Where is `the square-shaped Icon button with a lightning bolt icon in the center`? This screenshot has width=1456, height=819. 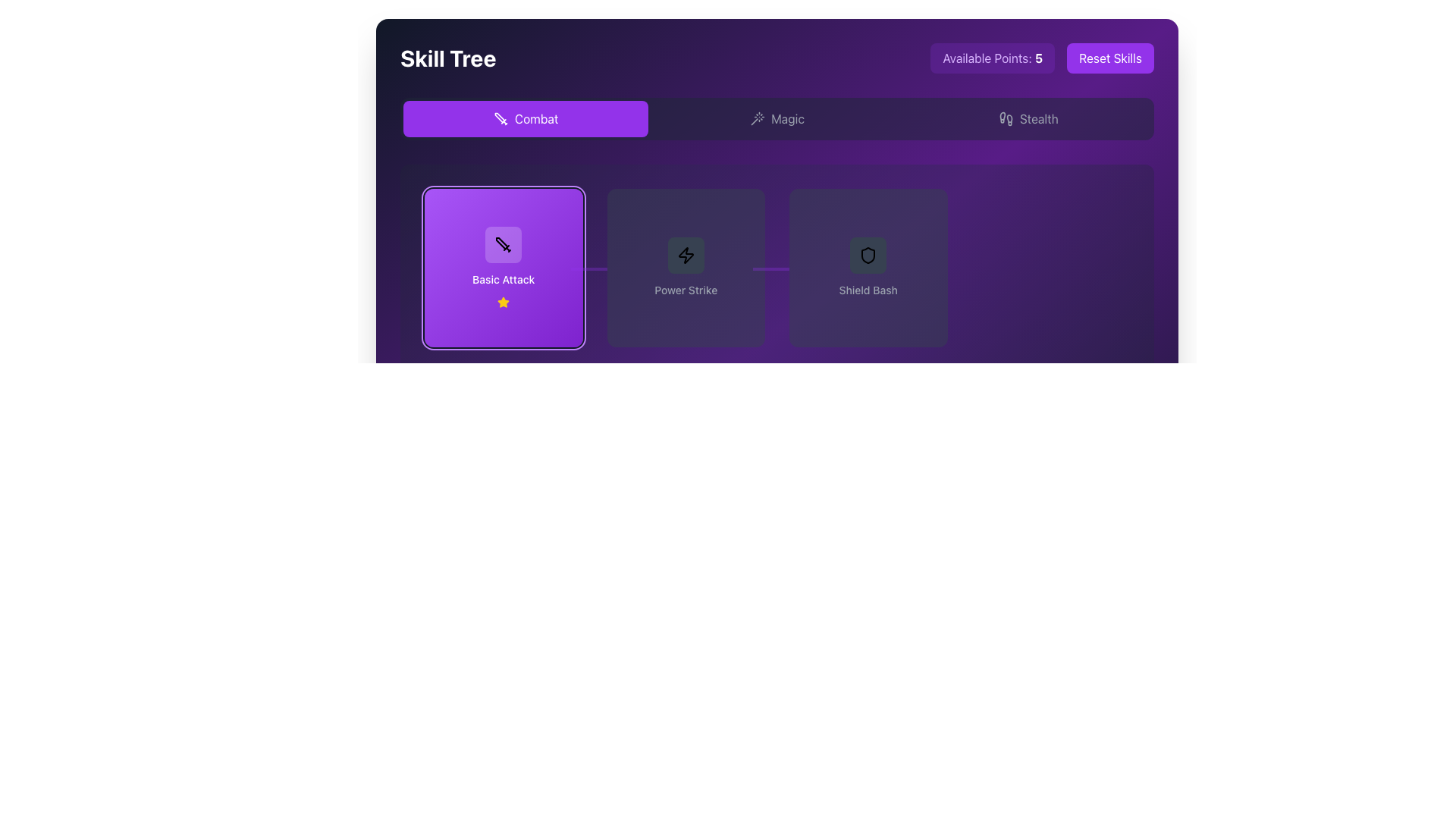 the square-shaped Icon button with a lightning bolt icon in the center is located at coordinates (685, 255).